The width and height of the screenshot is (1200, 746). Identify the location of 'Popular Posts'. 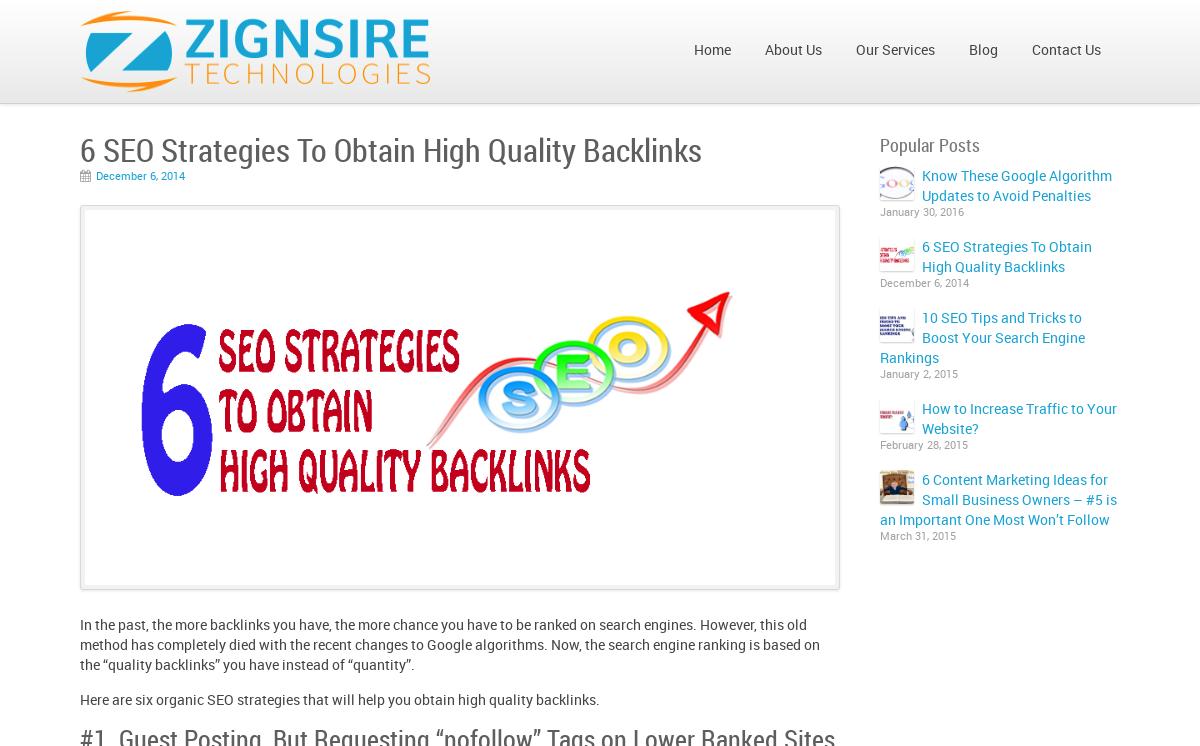
(878, 144).